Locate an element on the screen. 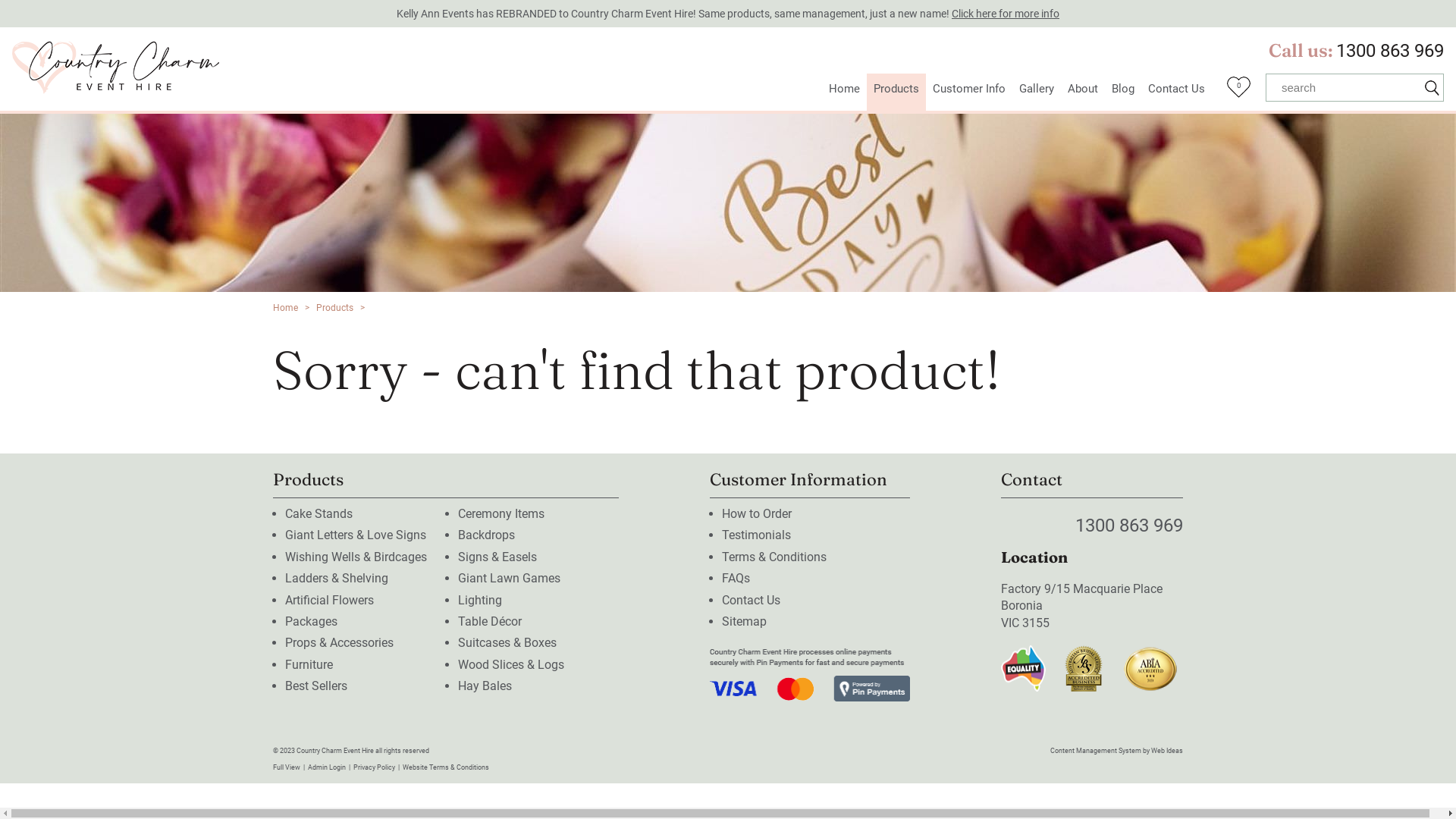 This screenshot has height=819, width=1456. 'Click here for more info' is located at coordinates (1005, 14).